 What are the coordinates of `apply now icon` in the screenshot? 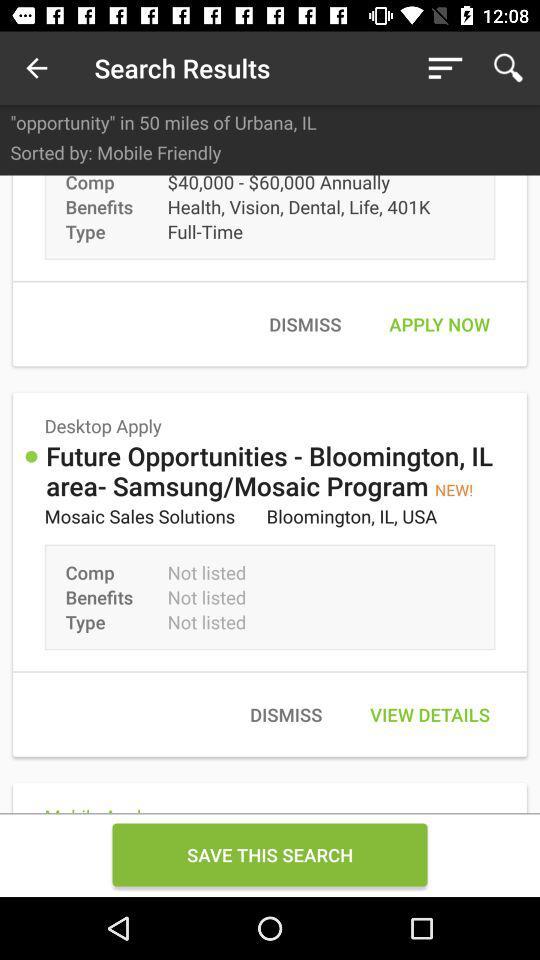 It's located at (438, 324).